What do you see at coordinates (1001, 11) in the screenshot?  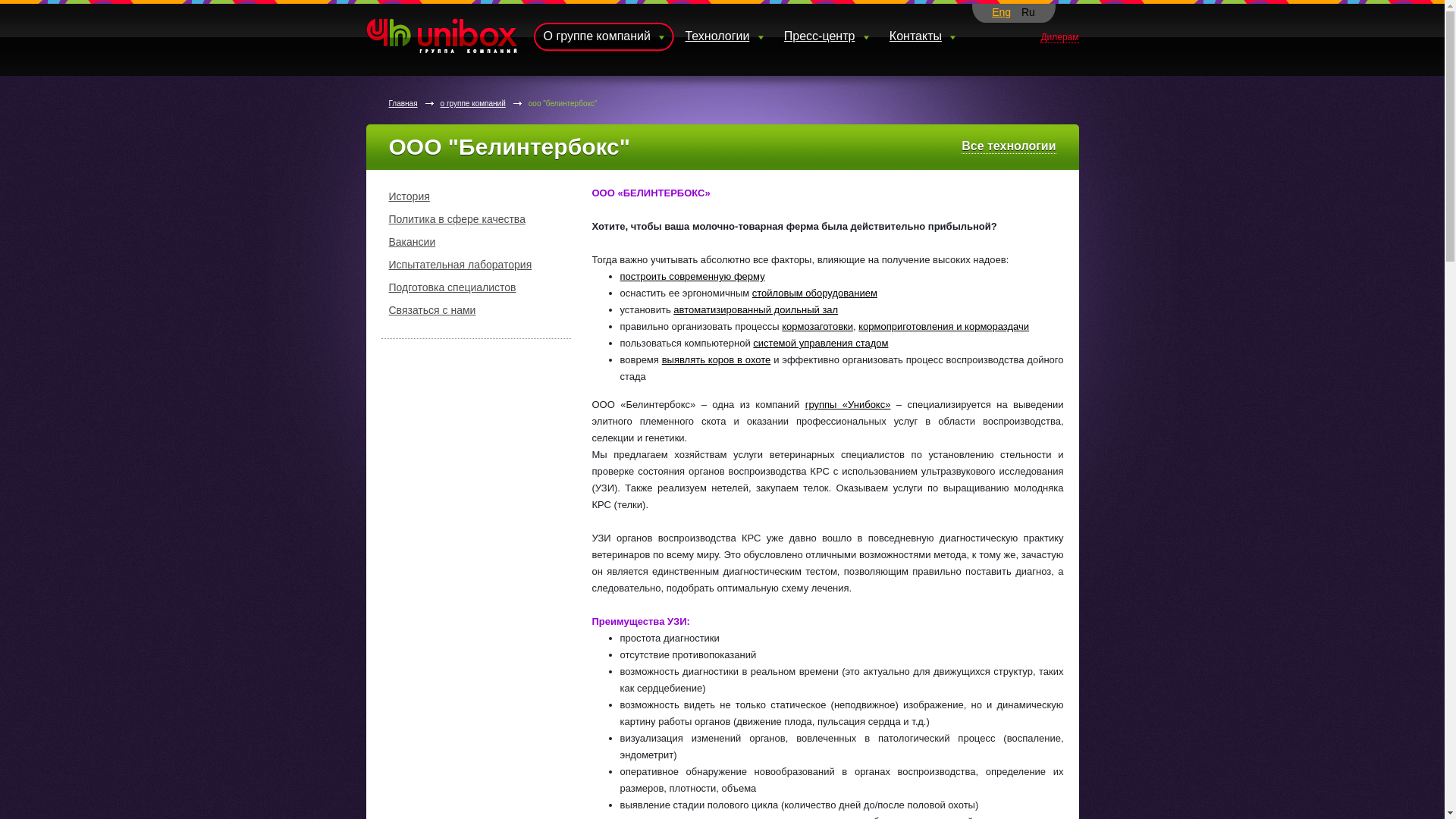 I see `'Eng'` at bounding box center [1001, 11].